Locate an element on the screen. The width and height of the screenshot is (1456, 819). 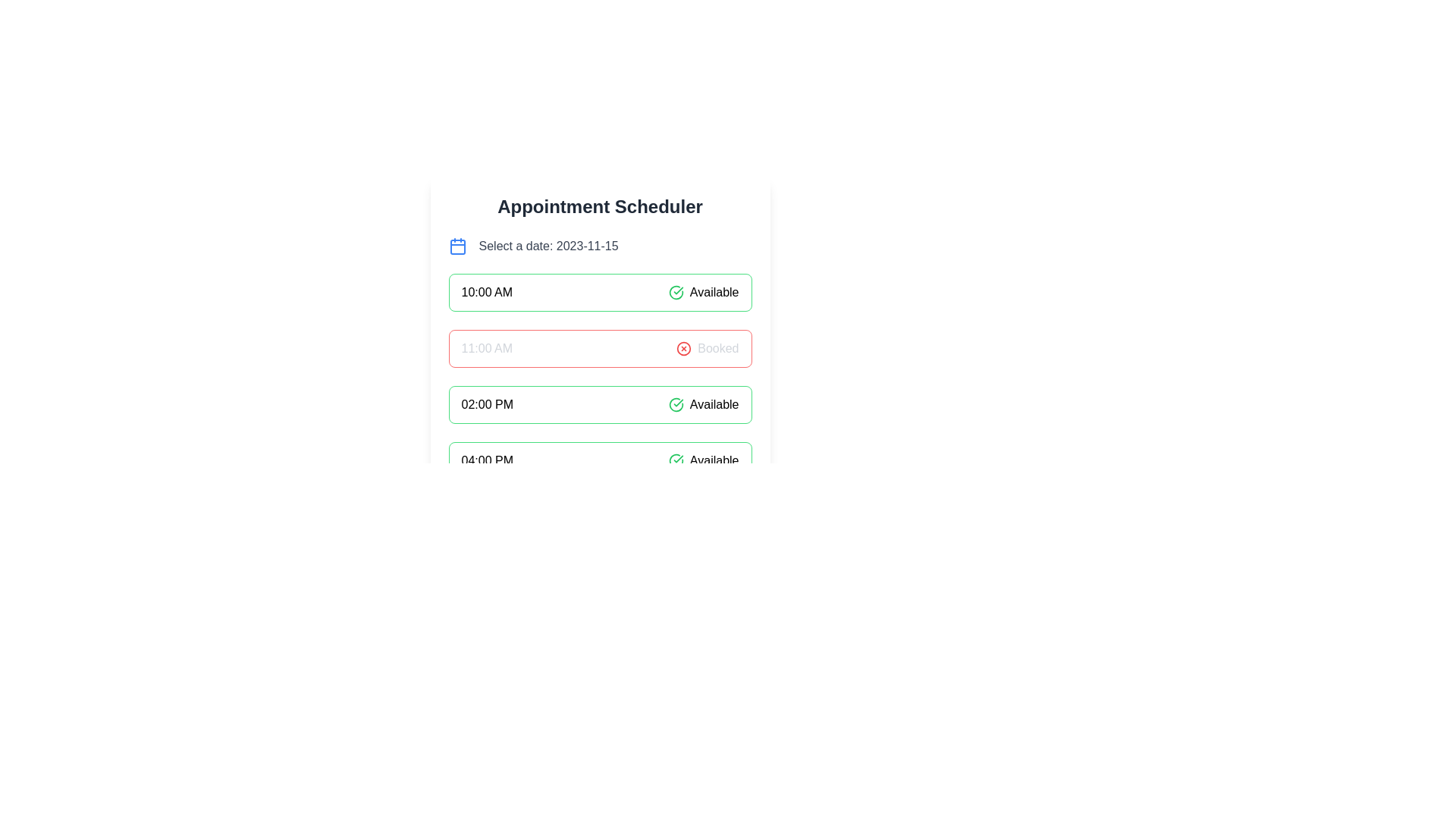
text displayed in the Label element that shows '04:00 PM', located in the fourth row of the appointment scheduler interface with a green border is located at coordinates (487, 460).